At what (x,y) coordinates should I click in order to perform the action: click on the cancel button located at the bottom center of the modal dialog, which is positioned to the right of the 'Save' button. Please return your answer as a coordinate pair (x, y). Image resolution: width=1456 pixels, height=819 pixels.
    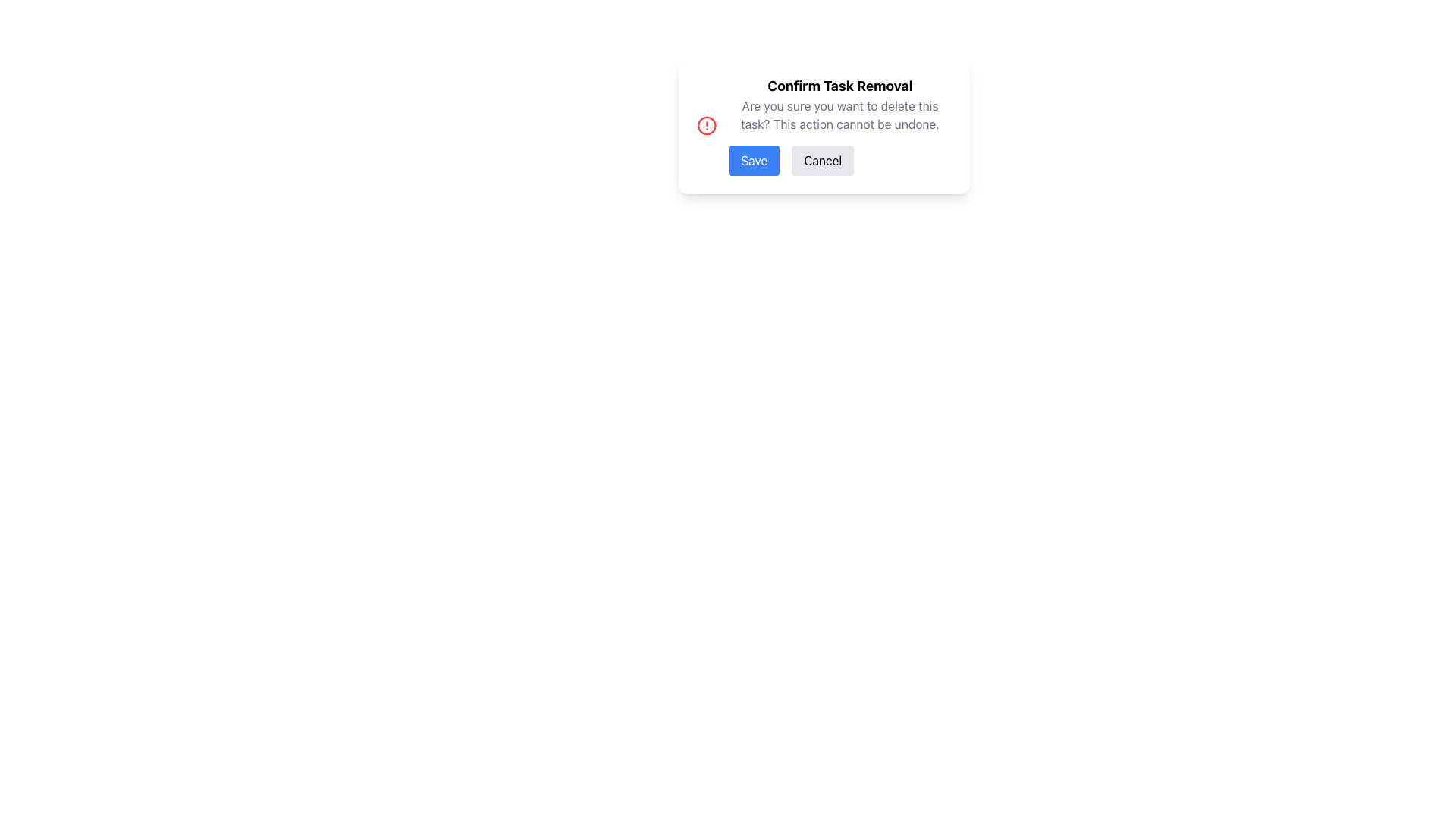
    Looking at the image, I should click on (822, 161).